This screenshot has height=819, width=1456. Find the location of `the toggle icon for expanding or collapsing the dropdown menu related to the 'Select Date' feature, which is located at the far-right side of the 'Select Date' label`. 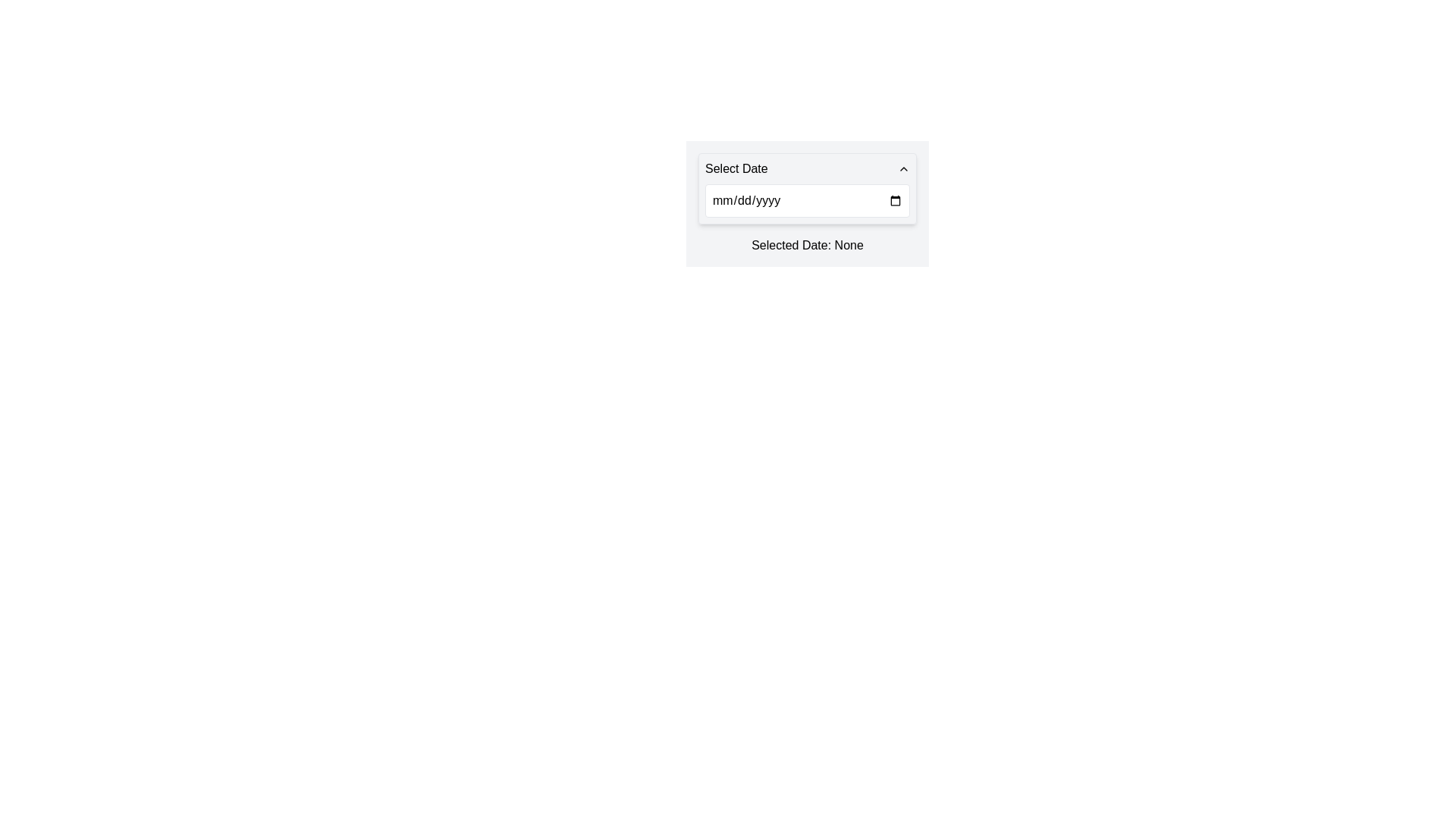

the toggle icon for expanding or collapsing the dropdown menu related to the 'Select Date' feature, which is located at the far-right side of the 'Select Date' label is located at coordinates (903, 169).